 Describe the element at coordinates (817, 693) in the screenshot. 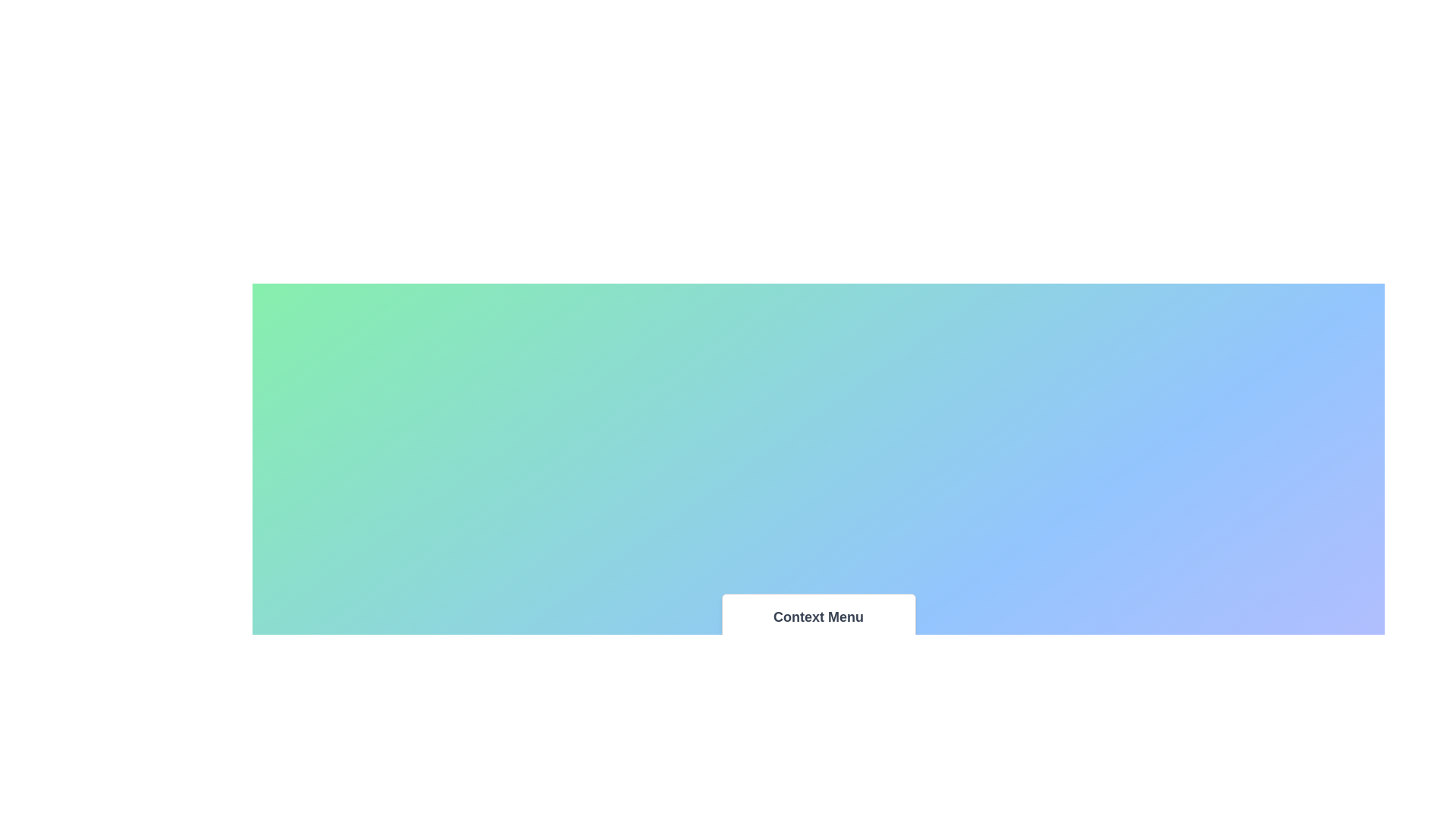

I see `the interactive area to toggle the context menu` at that location.